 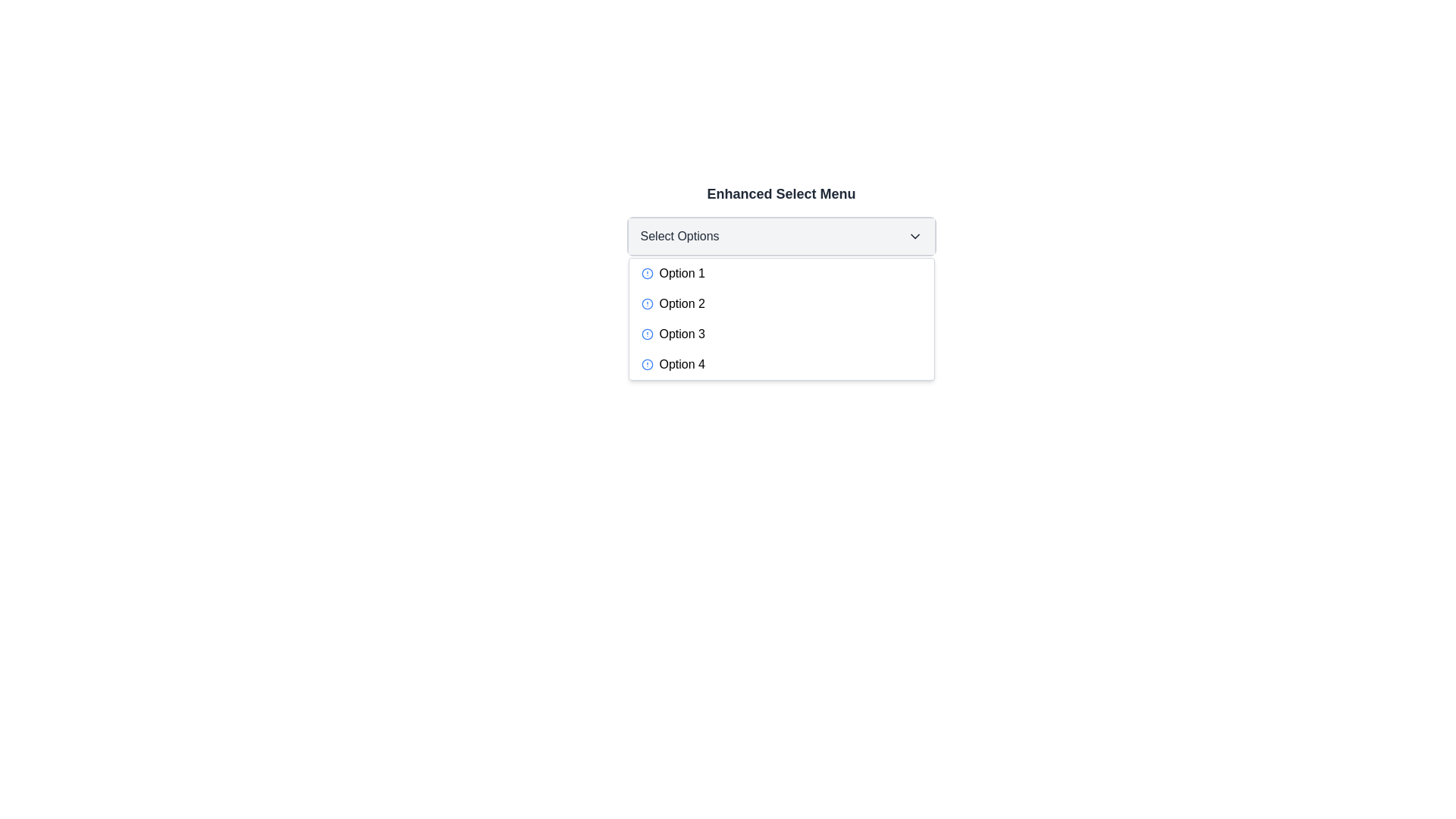 I want to click on icon representing the current selection or state associated with 'Option 2', located next to the text 'Option 2' in the vertical list below the 'Select Options' dropdown menu, so click(x=647, y=304).